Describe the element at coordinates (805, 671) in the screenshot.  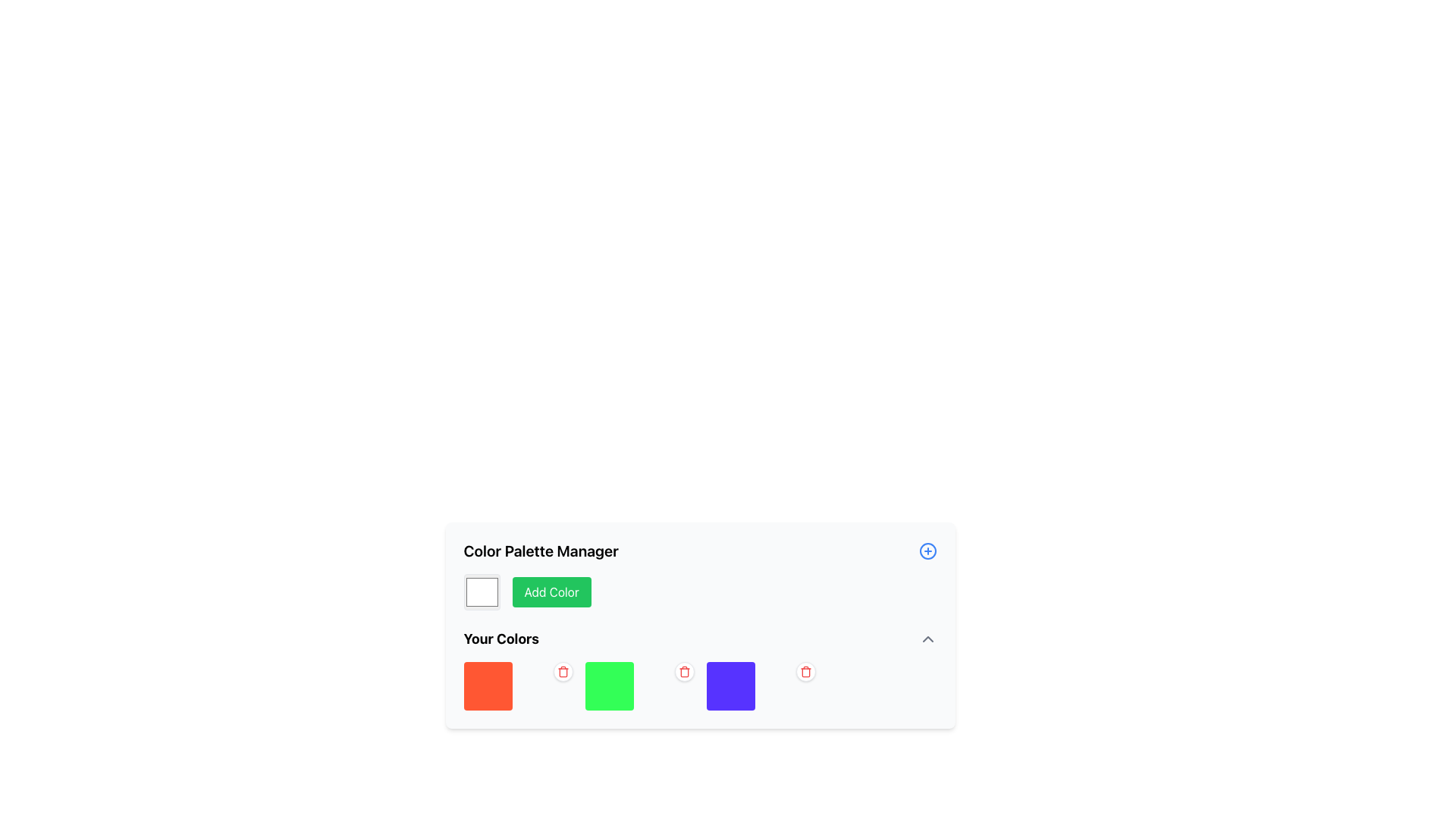
I see `the red trash can icon located directly to the right of the purple color box` at that location.